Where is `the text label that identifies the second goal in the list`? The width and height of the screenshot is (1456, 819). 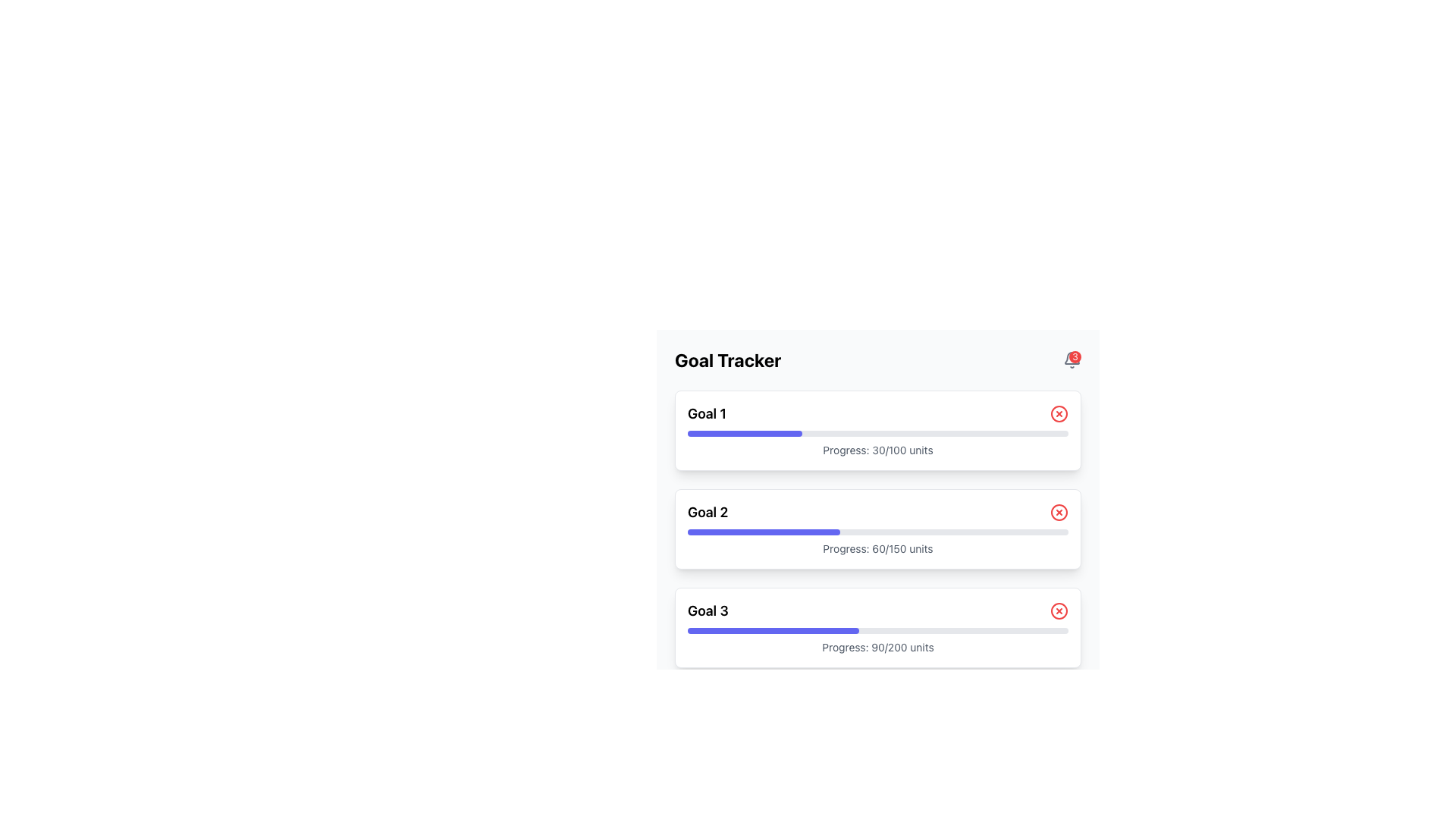 the text label that identifies the second goal in the list is located at coordinates (707, 512).